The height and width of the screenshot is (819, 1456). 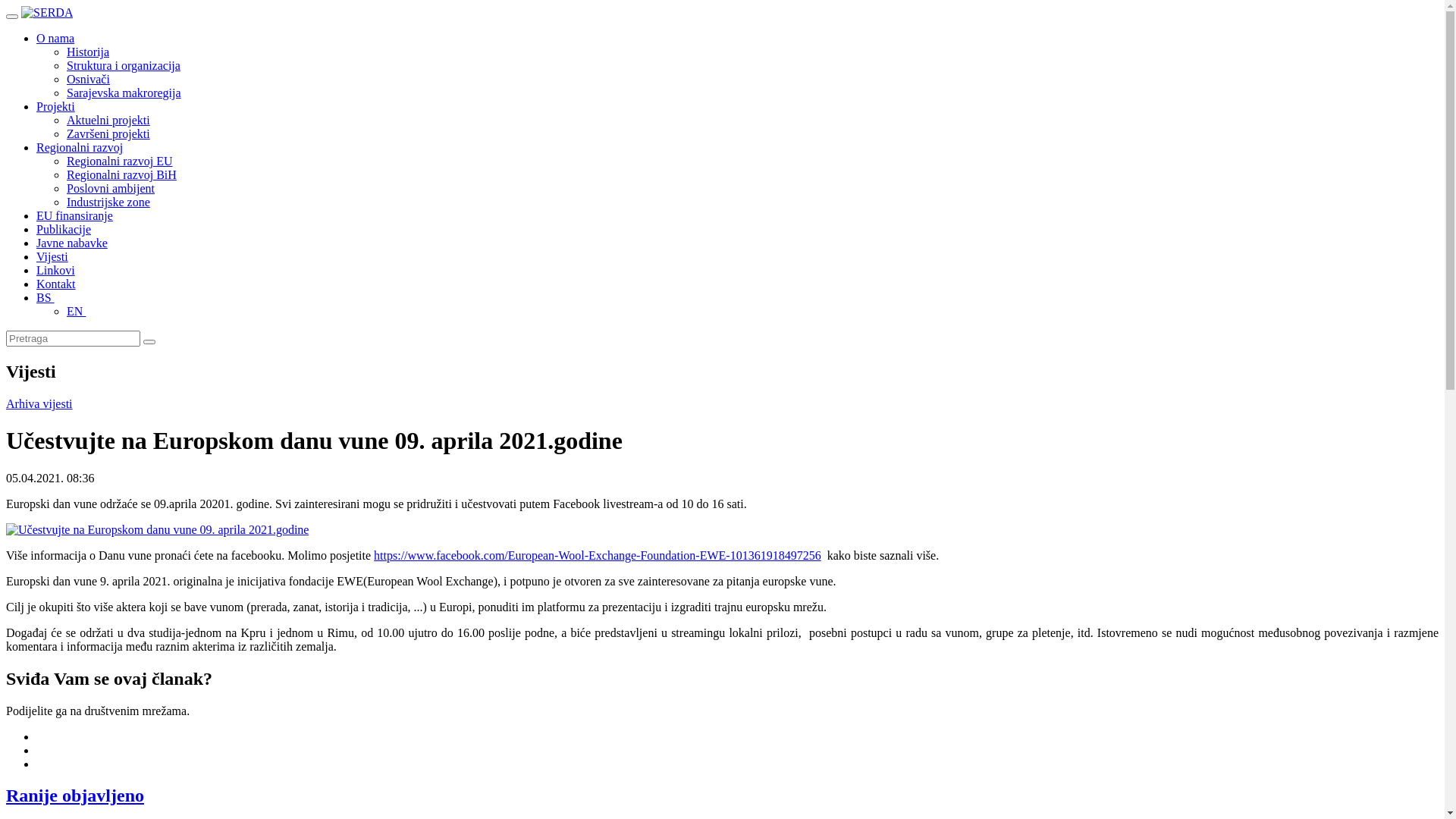 What do you see at coordinates (55, 37) in the screenshot?
I see `'O nama'` at bounding box center [55, 37].